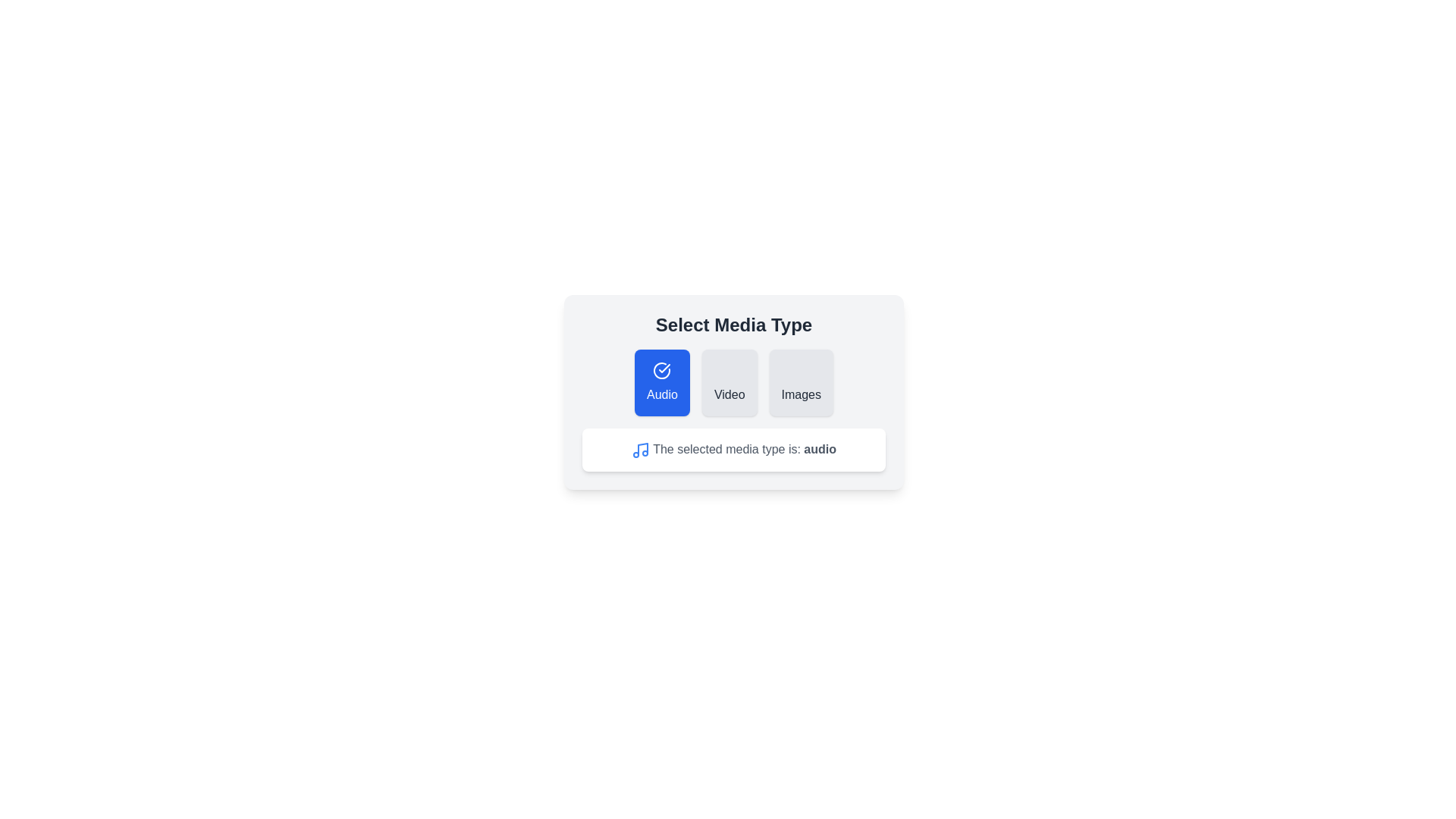  What do you see at coordinates (664, 369) in the screenshot?
I see `the checkmark icon confirming the selection of the 'Audio' media type to assist users in identifying their current choice` at bounding box center [664, 369].